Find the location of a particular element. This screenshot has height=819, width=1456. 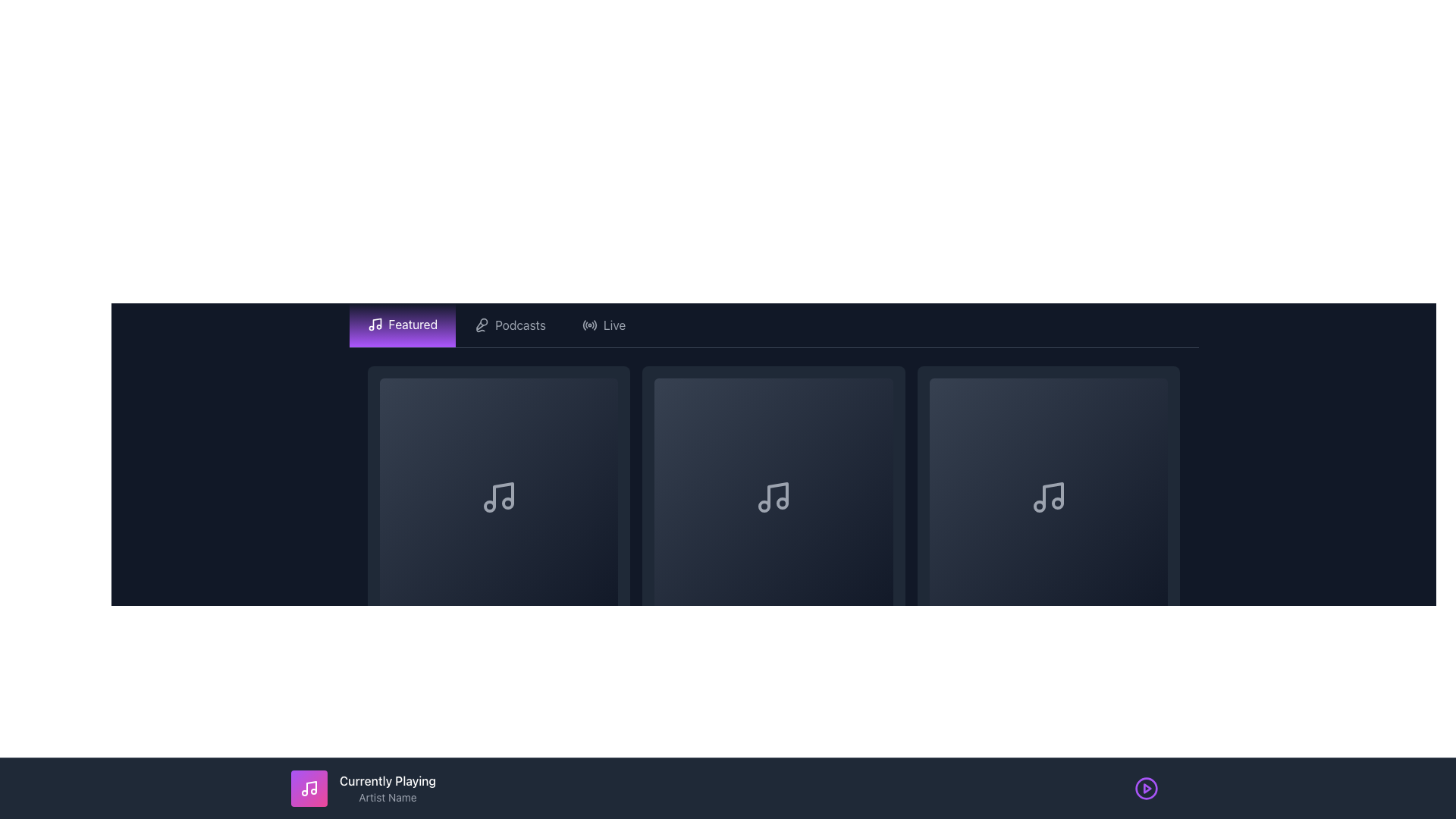

the circular radio wave icon with a central filled dot located in the header navigation bar is located at coordinates (588, 324).